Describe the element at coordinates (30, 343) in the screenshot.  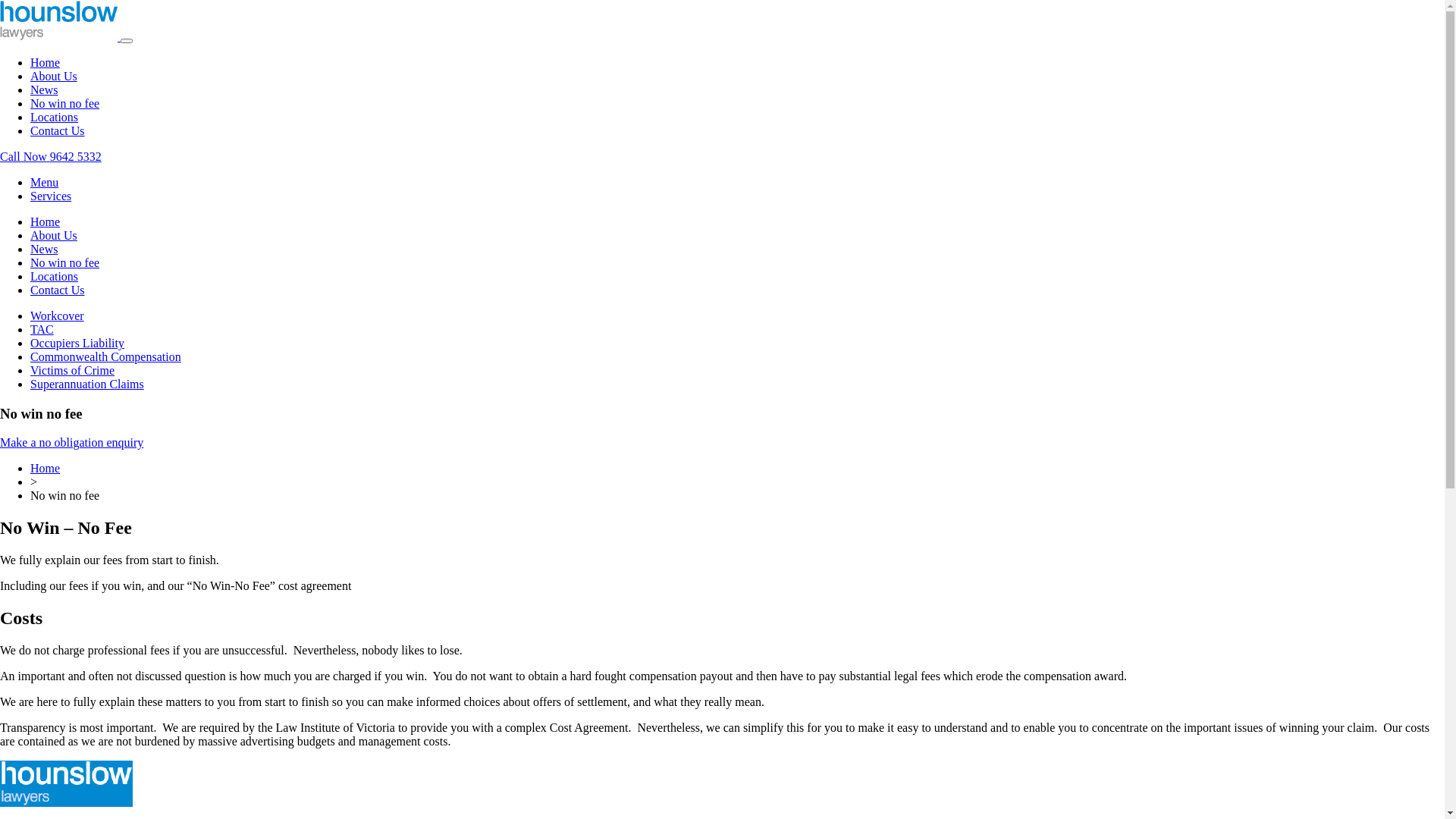
I see `'Occupiers Liability'` at that location.